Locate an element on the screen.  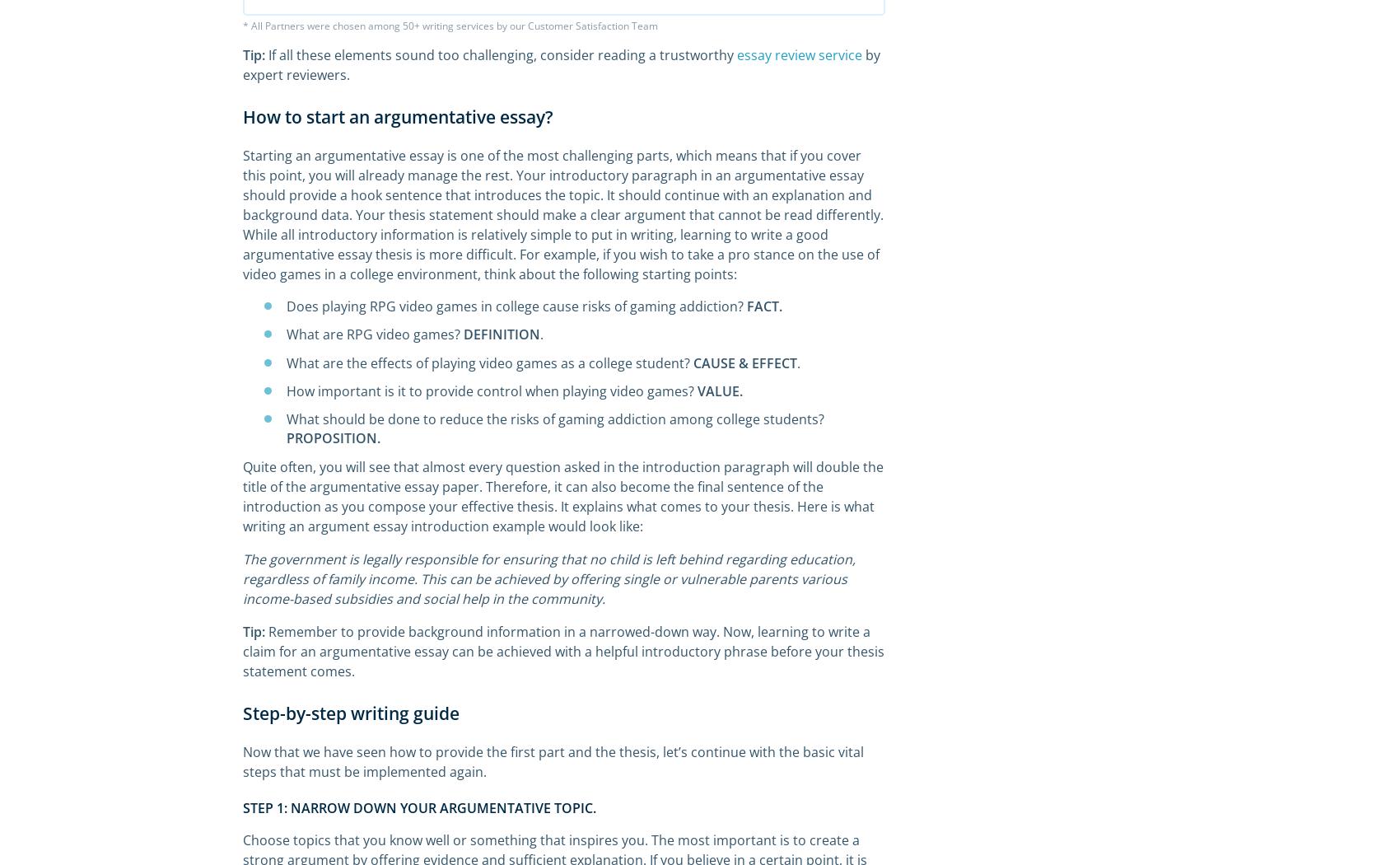
'Quite often, you will see that almost every question asked in the introduction paragraph will double the title of the argumentative essay paper. Therefore, it can also become the final sentence of the introduction as you compose your effective thesis. It explains what comes to your thesis. Here is what writing an argument essay introduction example would look like:' is located at coordinates (563, 497).